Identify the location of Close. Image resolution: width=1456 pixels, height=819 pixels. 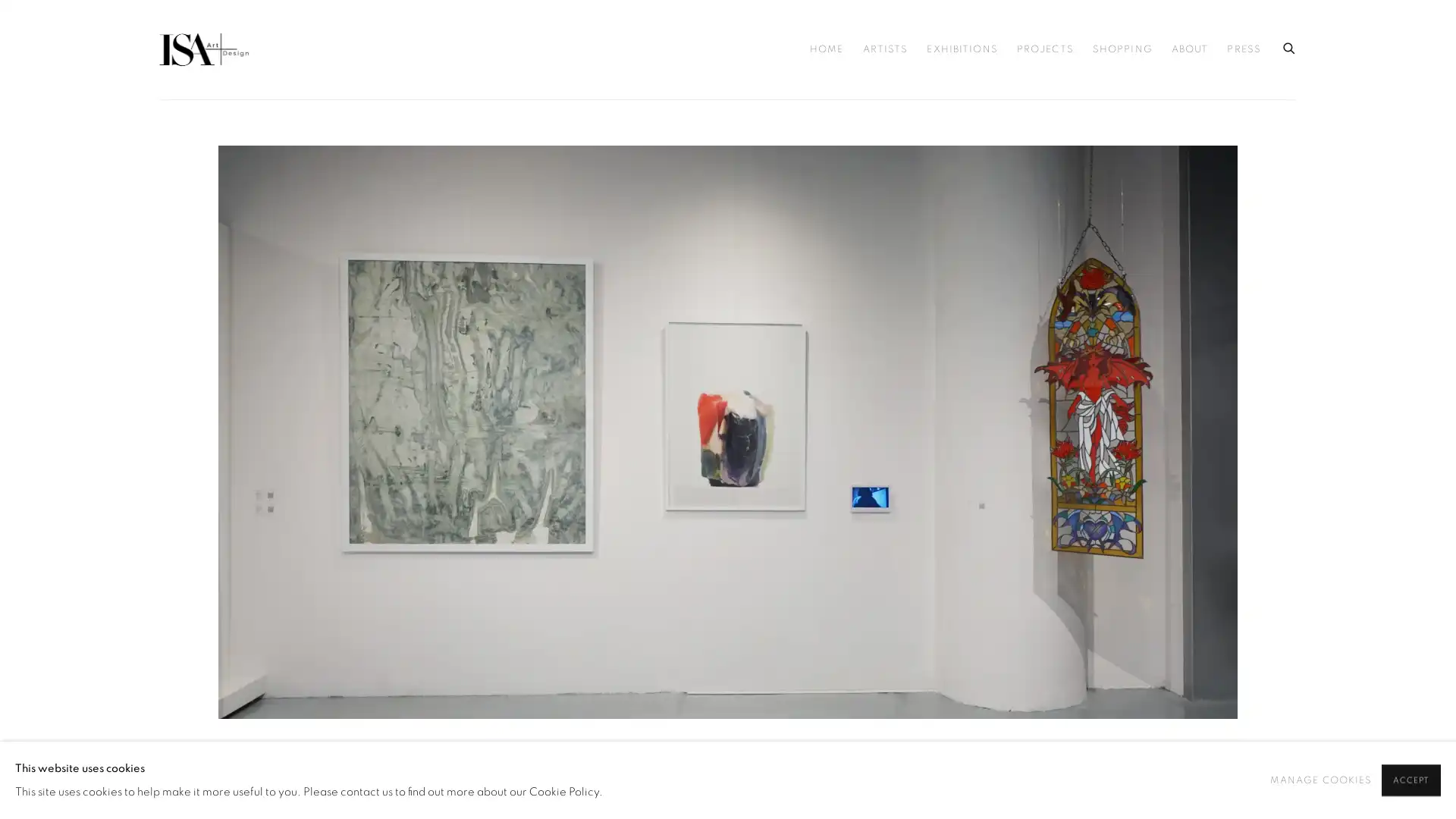
(899, 167).